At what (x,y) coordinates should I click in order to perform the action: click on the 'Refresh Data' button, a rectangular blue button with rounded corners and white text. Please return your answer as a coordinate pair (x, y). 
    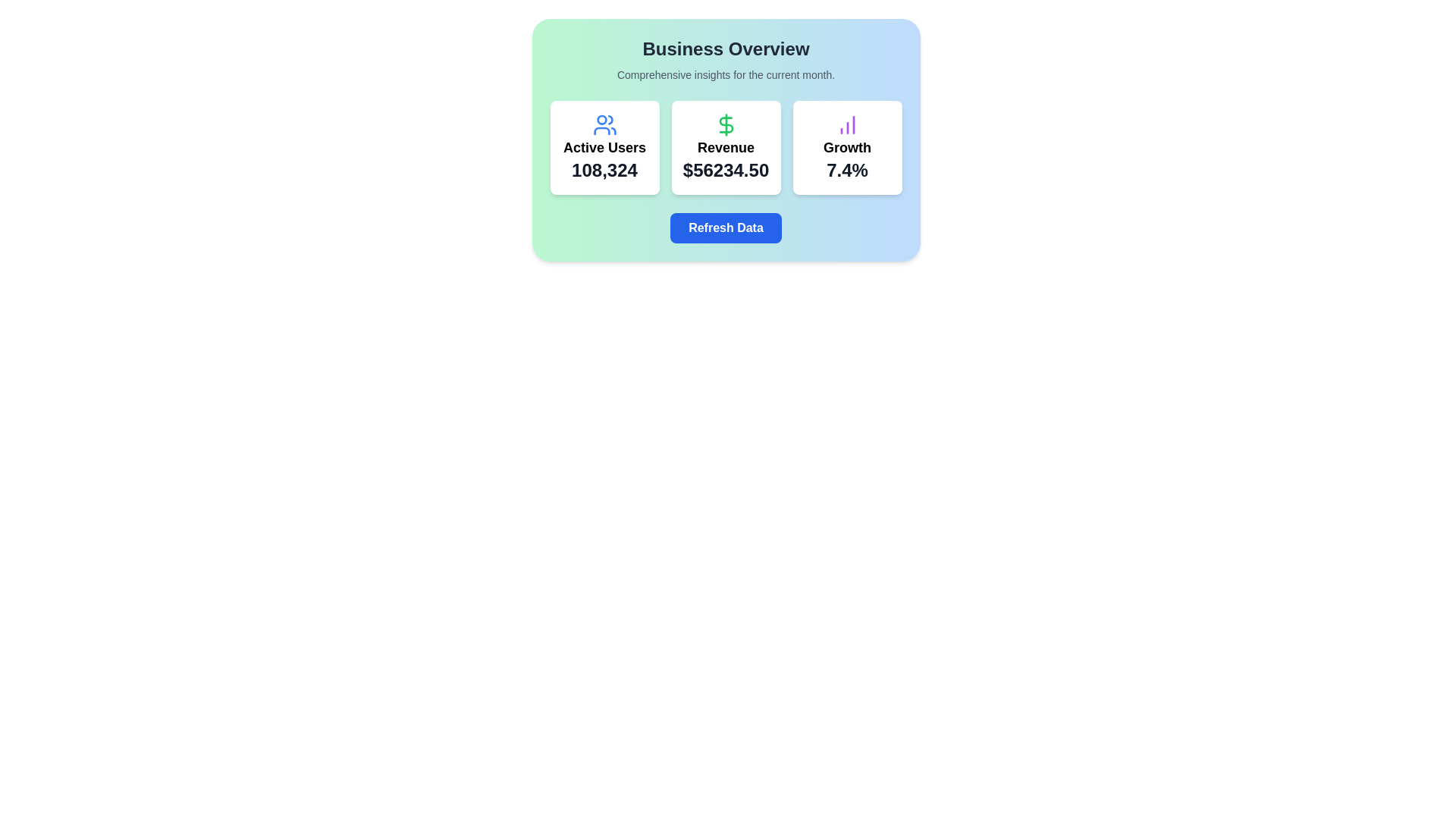
    Looking at the image, I should click on (725, 227).